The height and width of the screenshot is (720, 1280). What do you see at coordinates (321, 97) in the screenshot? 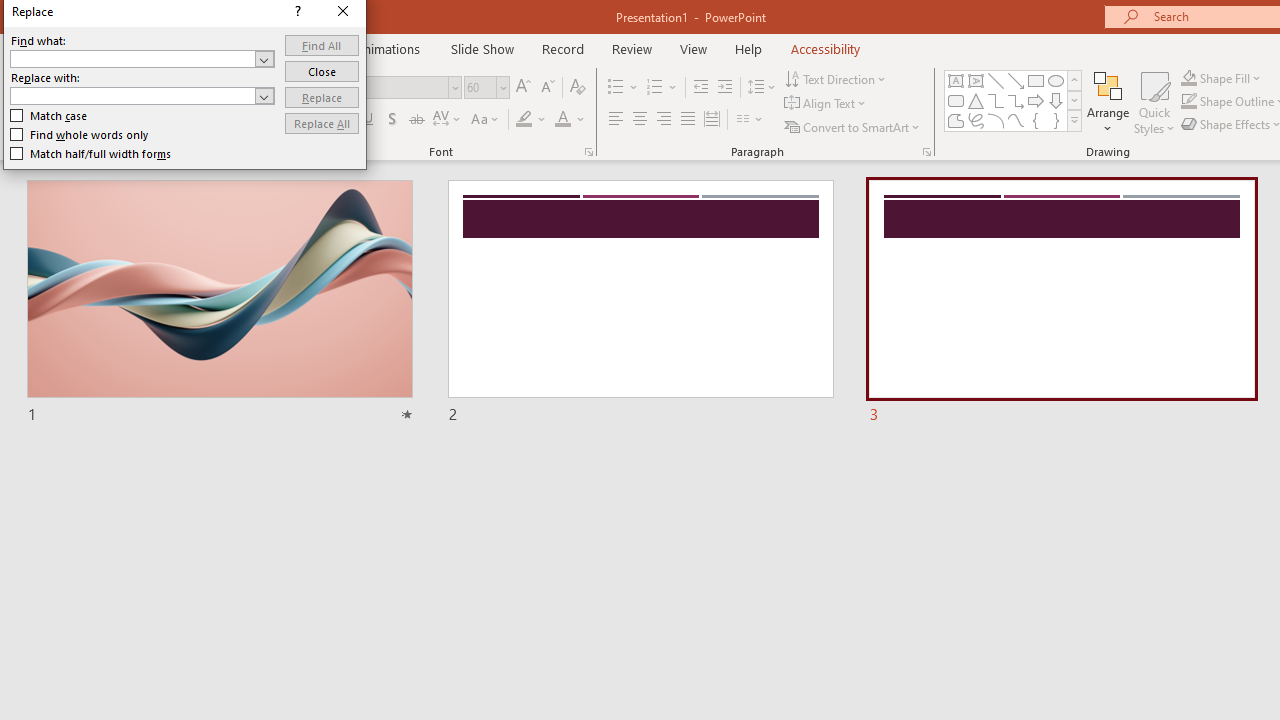
I see `'Replace'` at bounding box center [321, 97].